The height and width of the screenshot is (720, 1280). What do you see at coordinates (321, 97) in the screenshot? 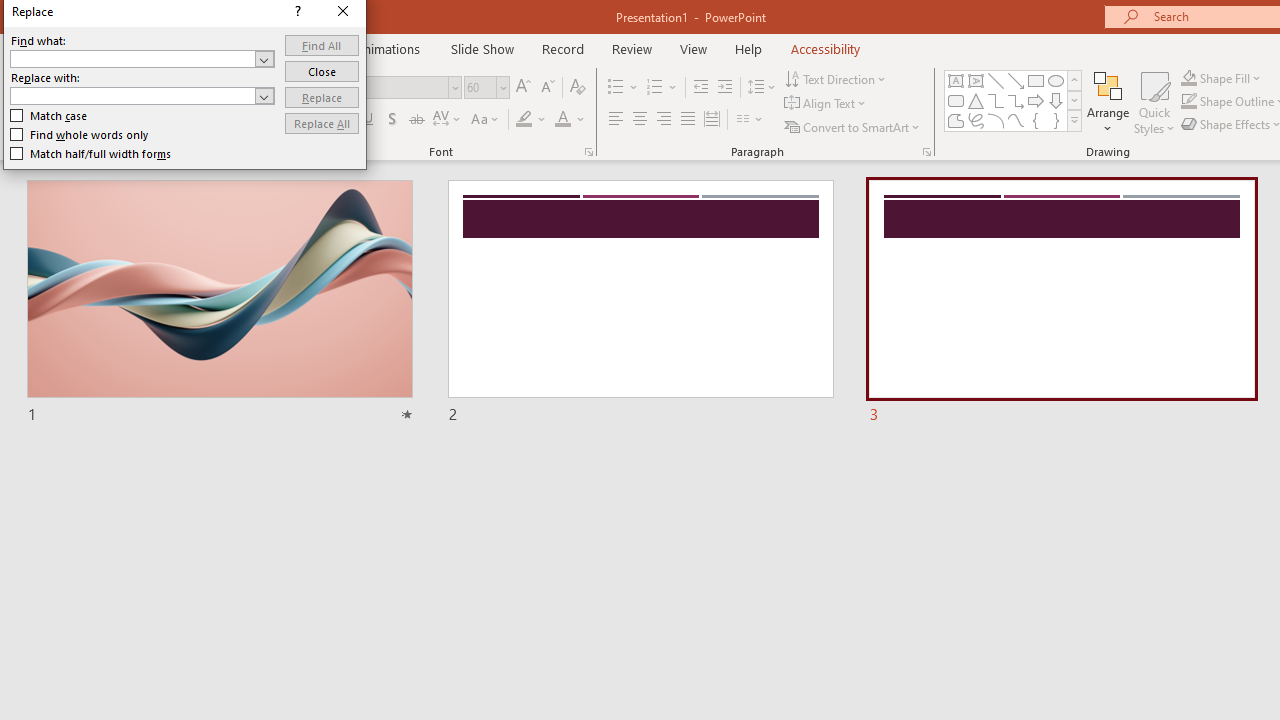
I see `'Replace'` at bounding box center [321, 97].